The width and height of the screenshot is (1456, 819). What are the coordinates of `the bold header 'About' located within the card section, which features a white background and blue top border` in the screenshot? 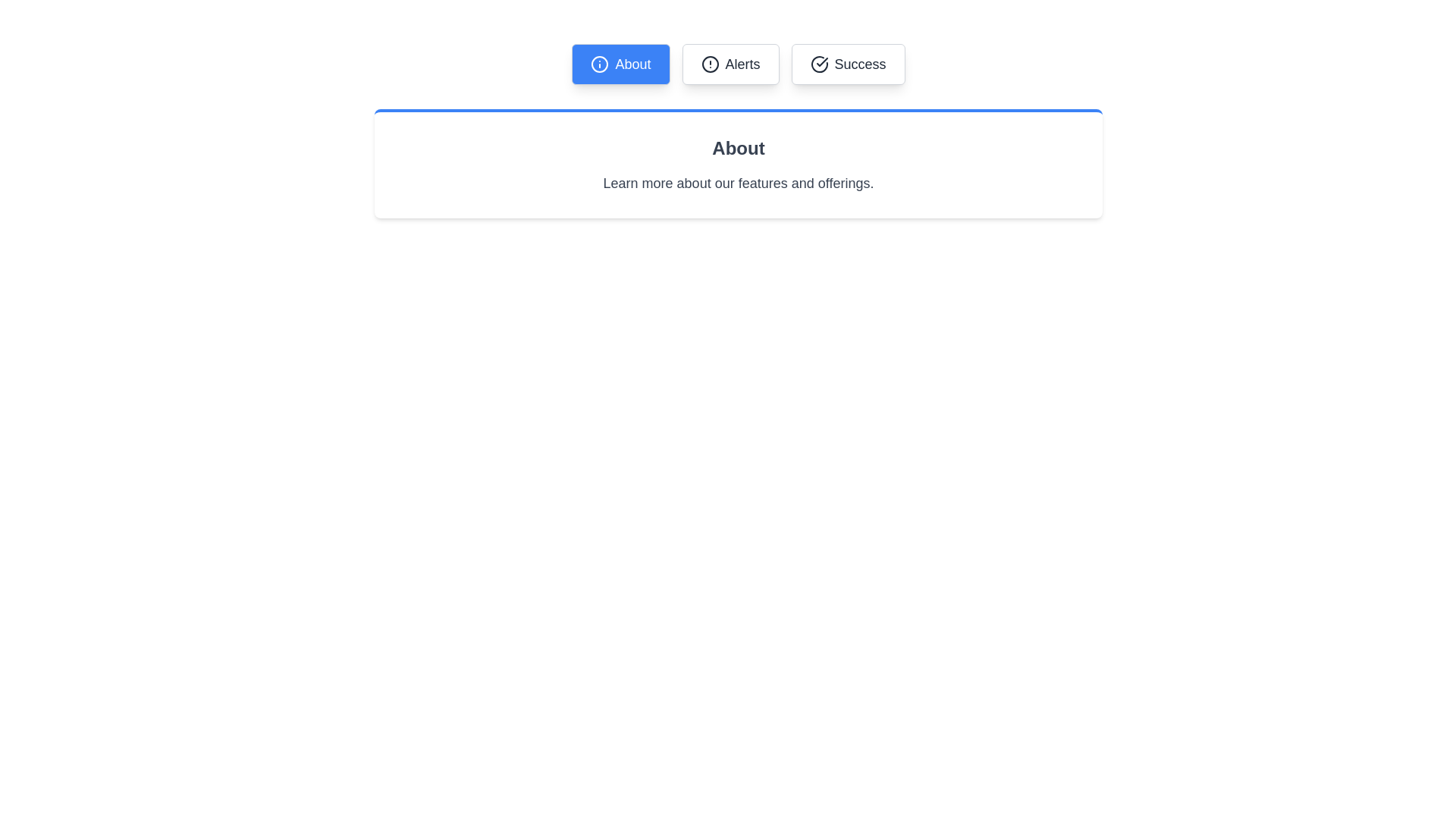 It's located at (739, 149).